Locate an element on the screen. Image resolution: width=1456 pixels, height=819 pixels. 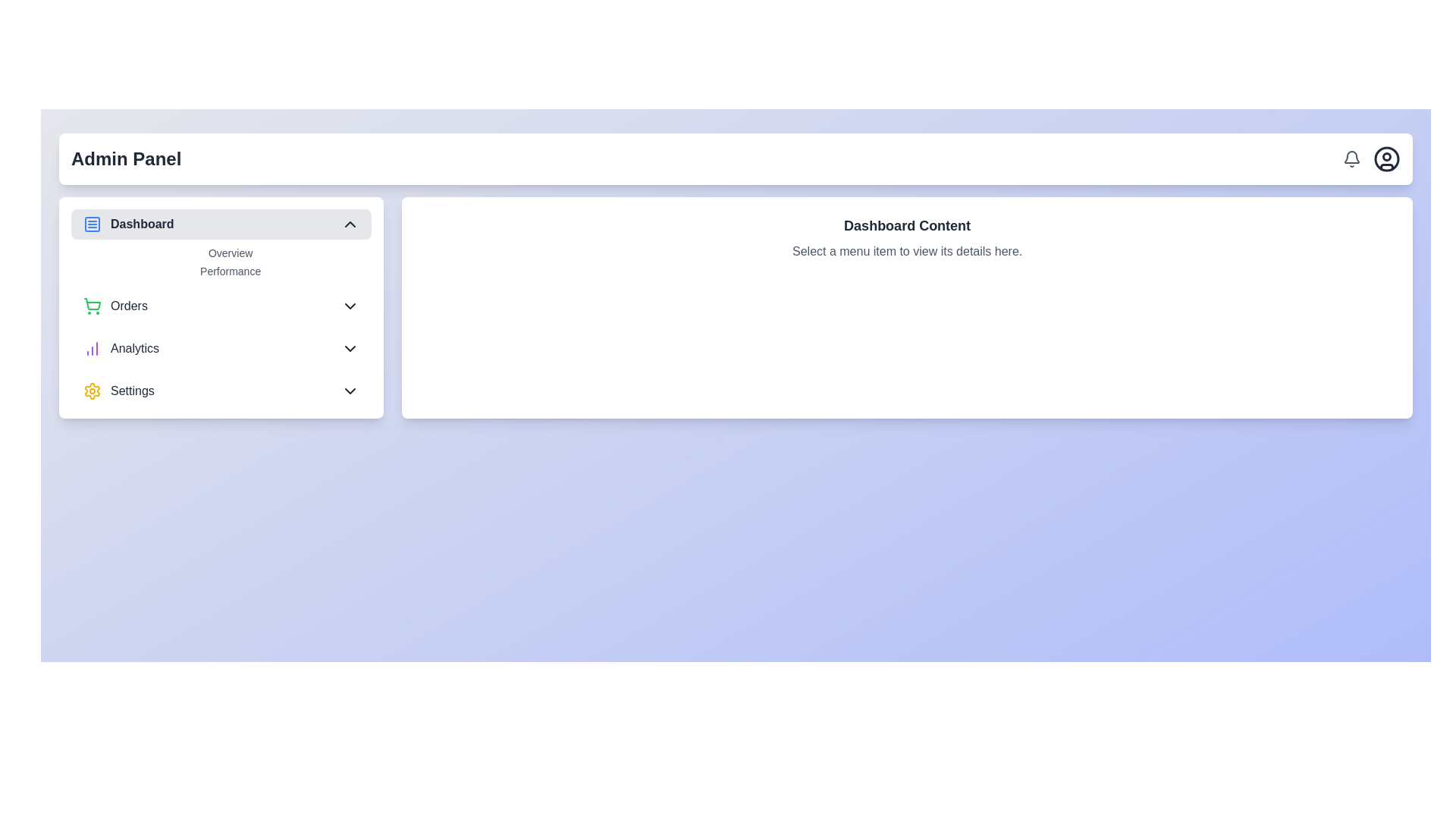
the curved line at the bottom of the user profile icon located at the top-right corner of the application interface is located at coordinates (1386, 166).